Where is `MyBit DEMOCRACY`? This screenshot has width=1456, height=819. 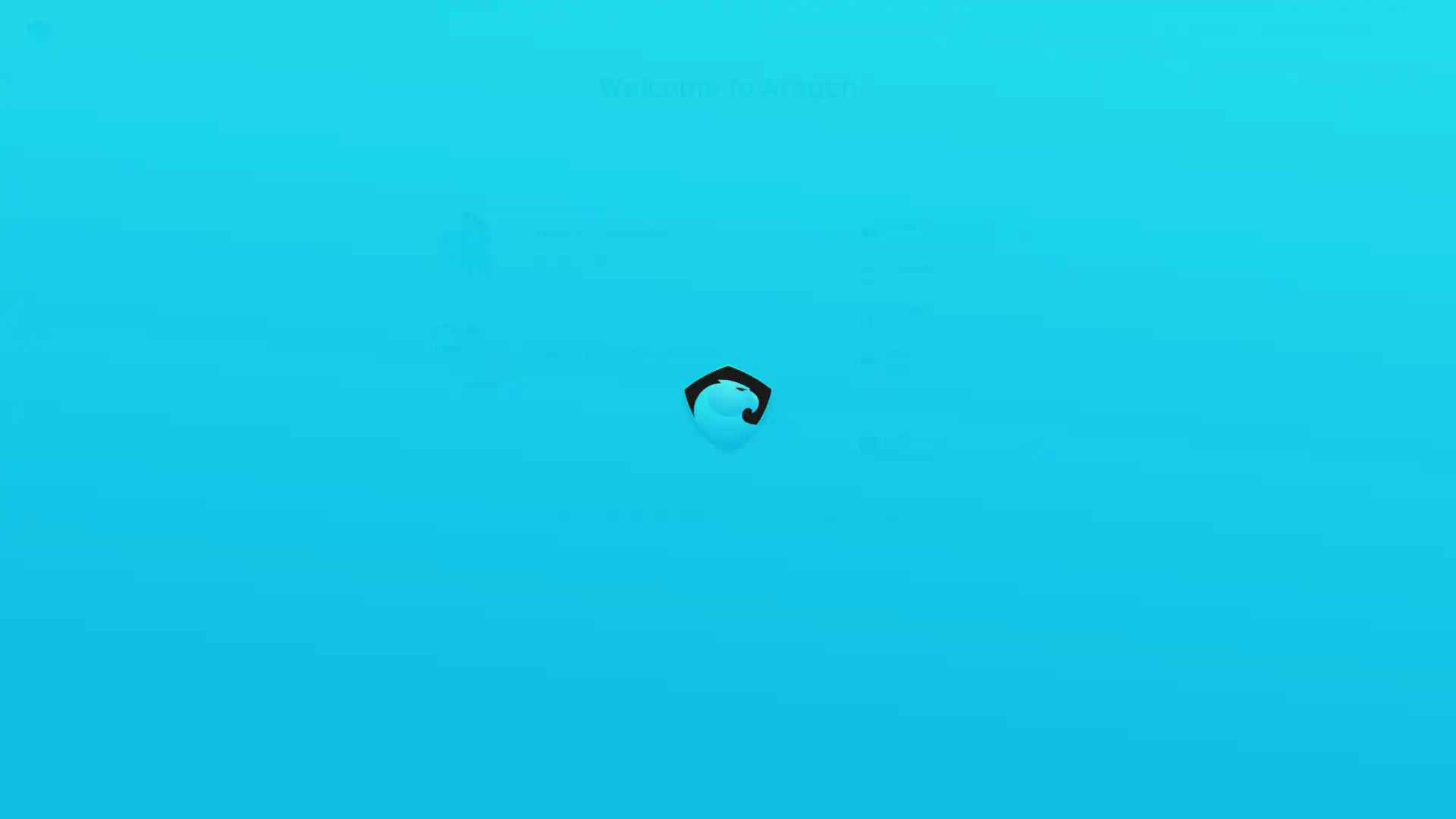 MyBit DEMOCRACY is located at coordinates (930, 359).